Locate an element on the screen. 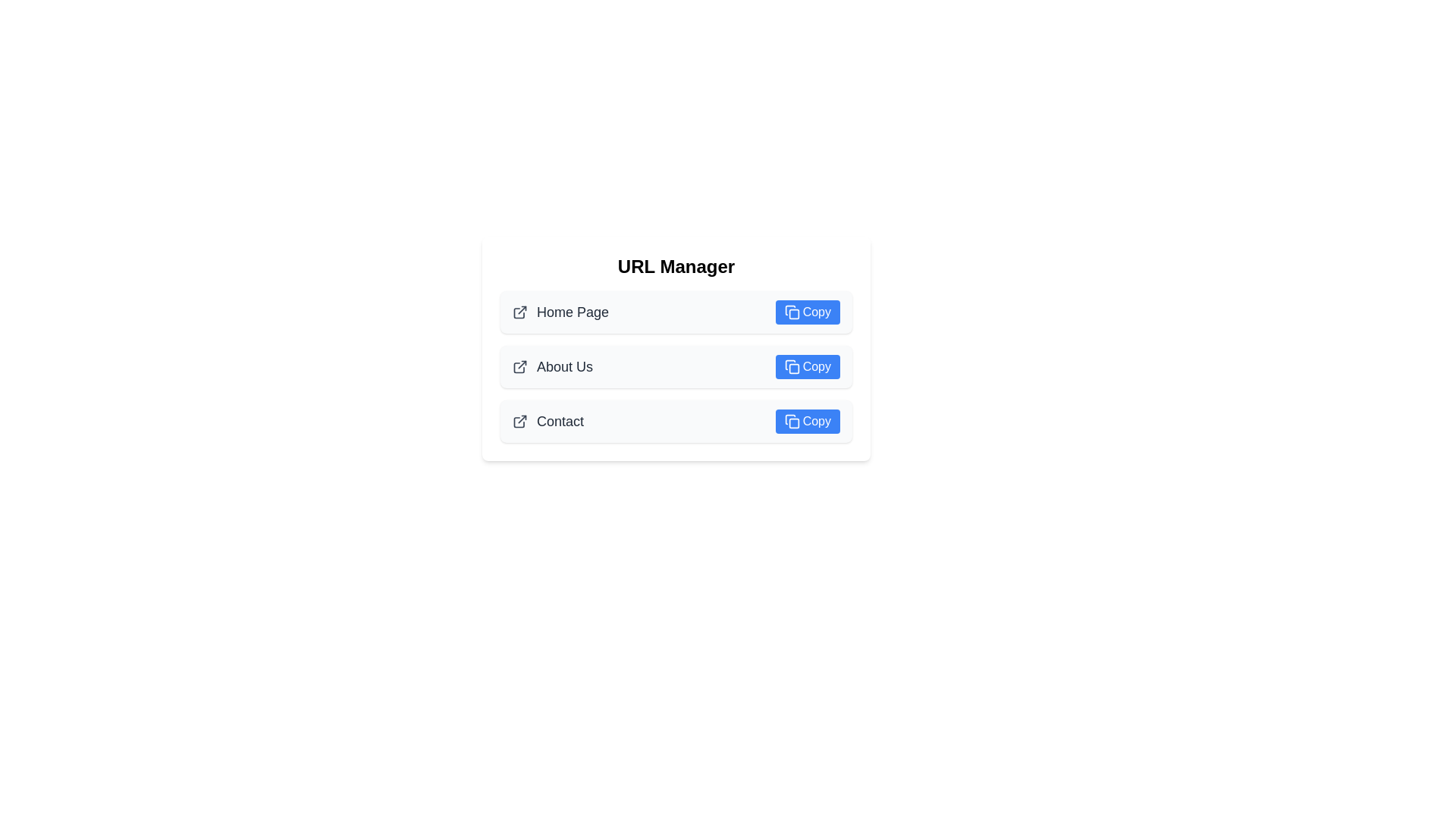  the button is located at coordinates (807, 366).